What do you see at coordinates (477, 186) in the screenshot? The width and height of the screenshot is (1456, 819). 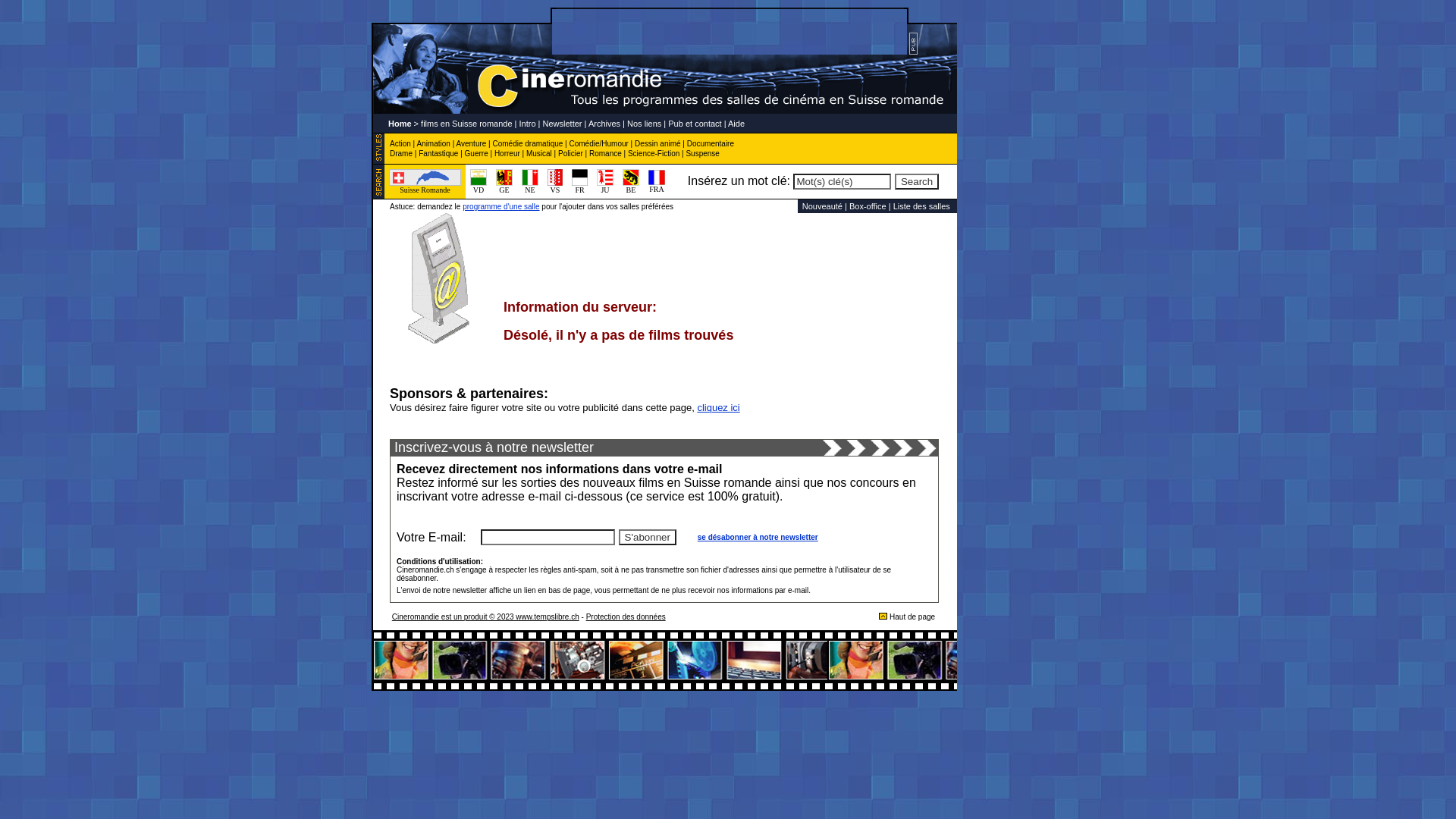 I see `'VD'` at bounding box center [477, 186].